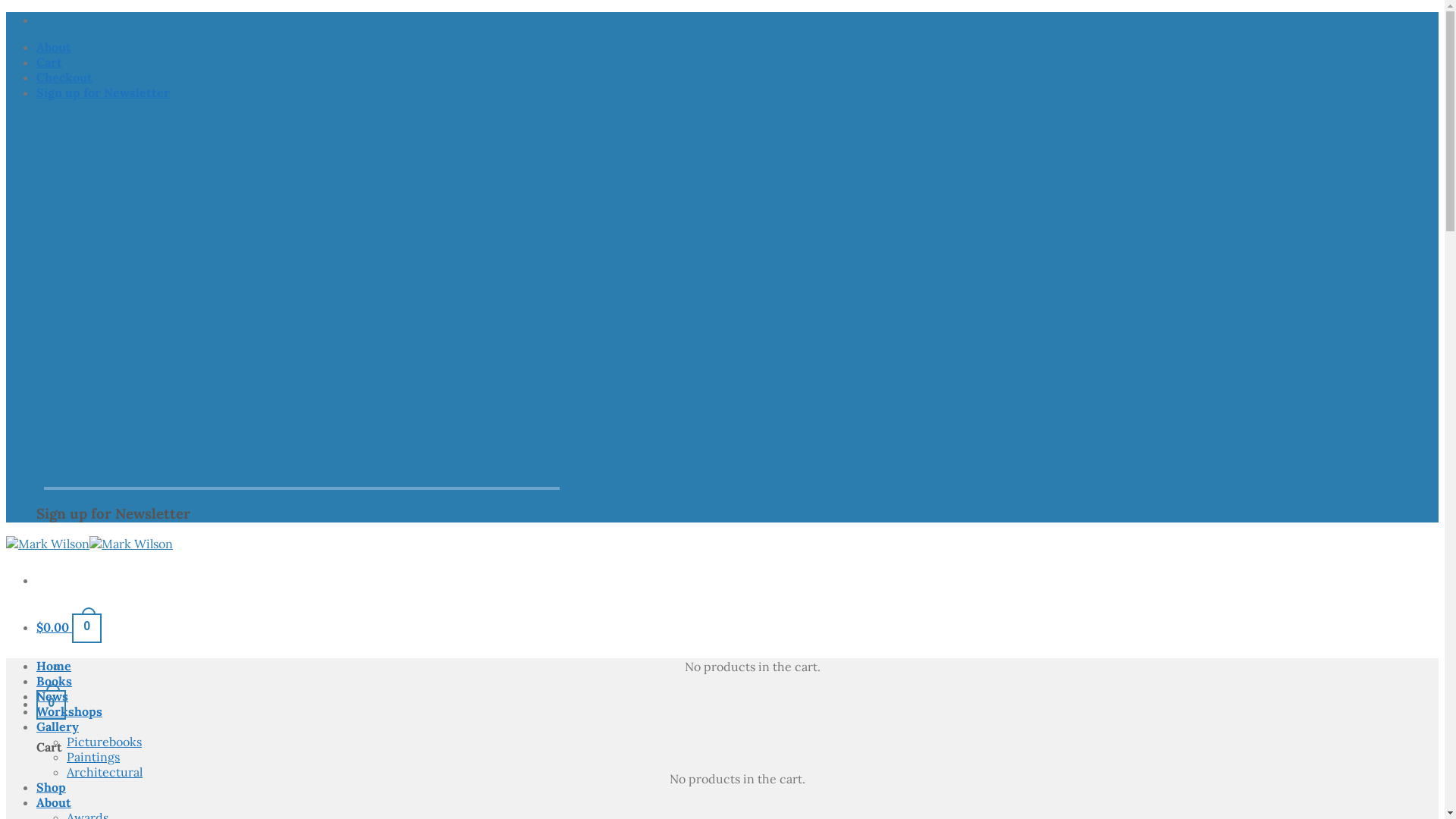  I want to click on 'Picturebooks', so click(103, 741).